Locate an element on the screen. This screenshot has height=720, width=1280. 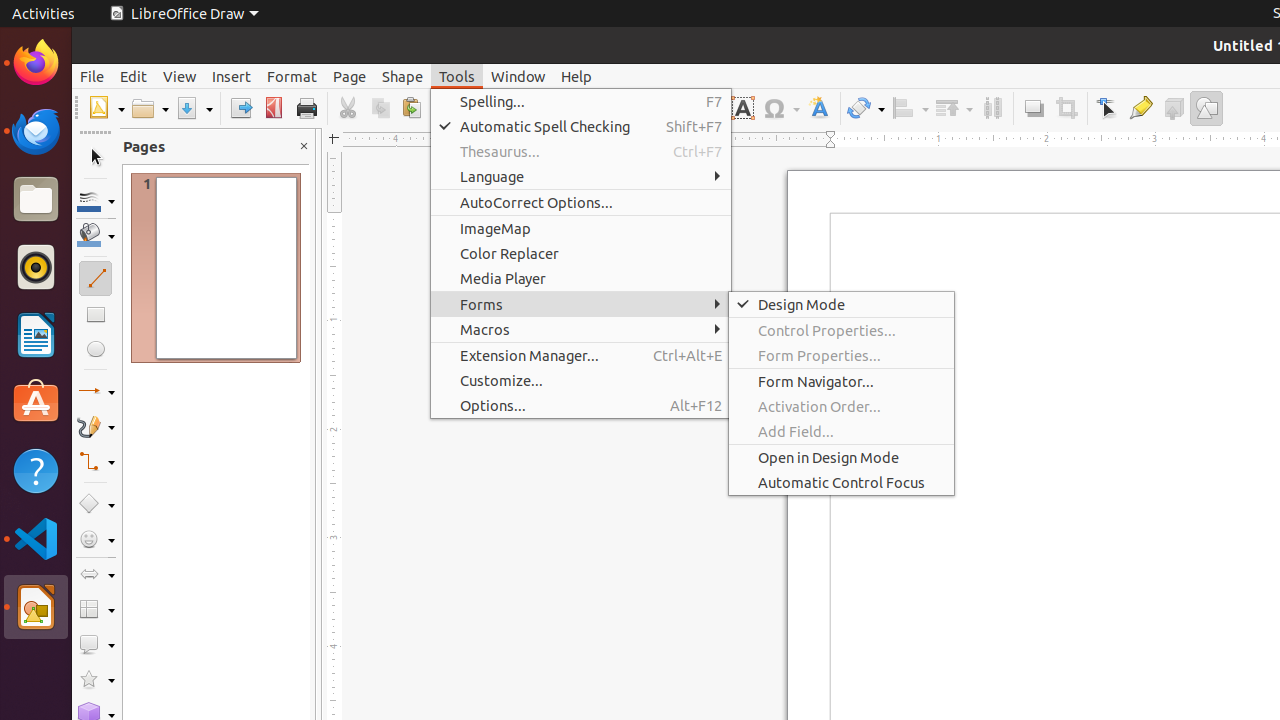
'Shape' is located at coordinates (401, 75).